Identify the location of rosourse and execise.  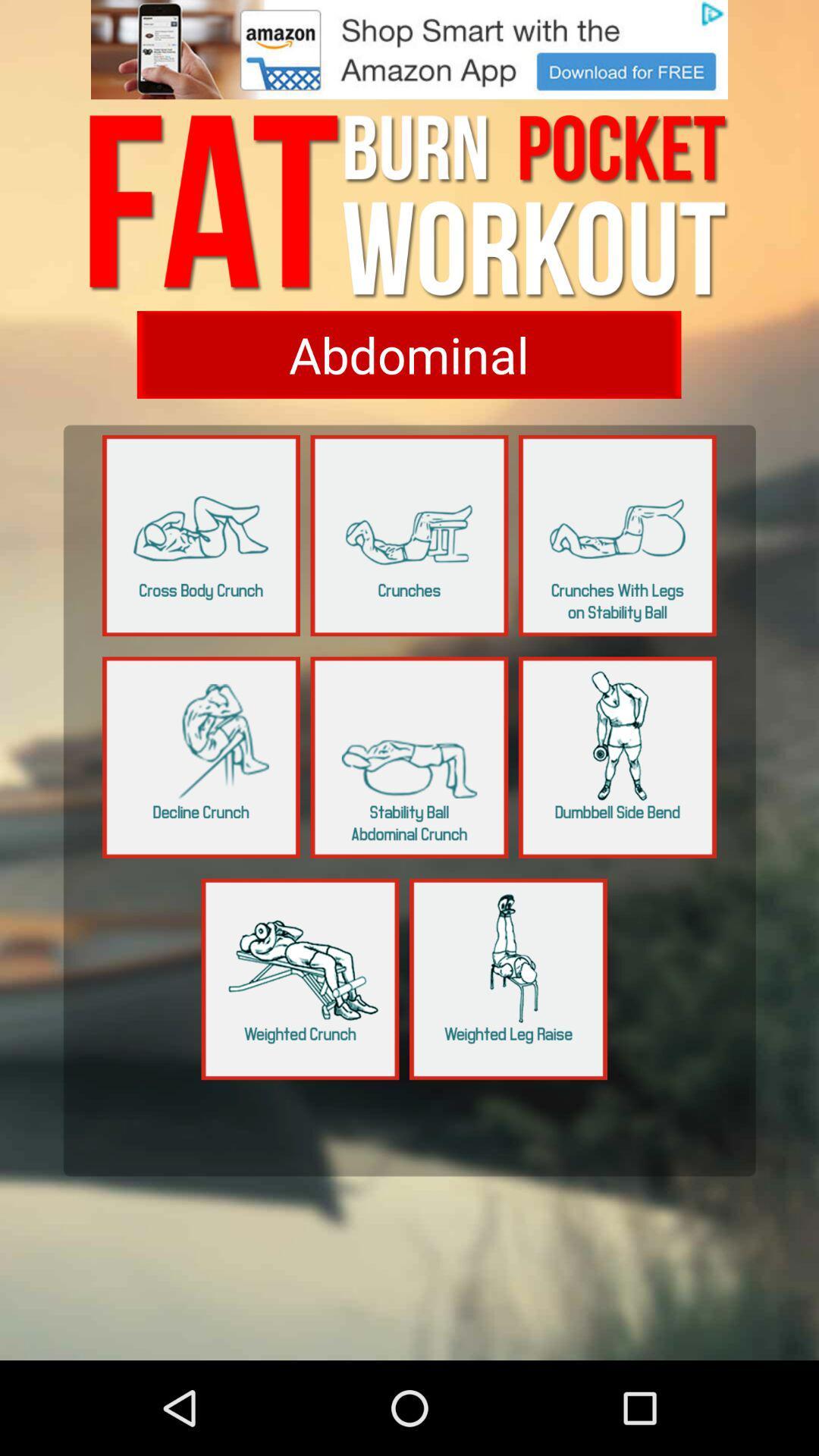
(409, 757).